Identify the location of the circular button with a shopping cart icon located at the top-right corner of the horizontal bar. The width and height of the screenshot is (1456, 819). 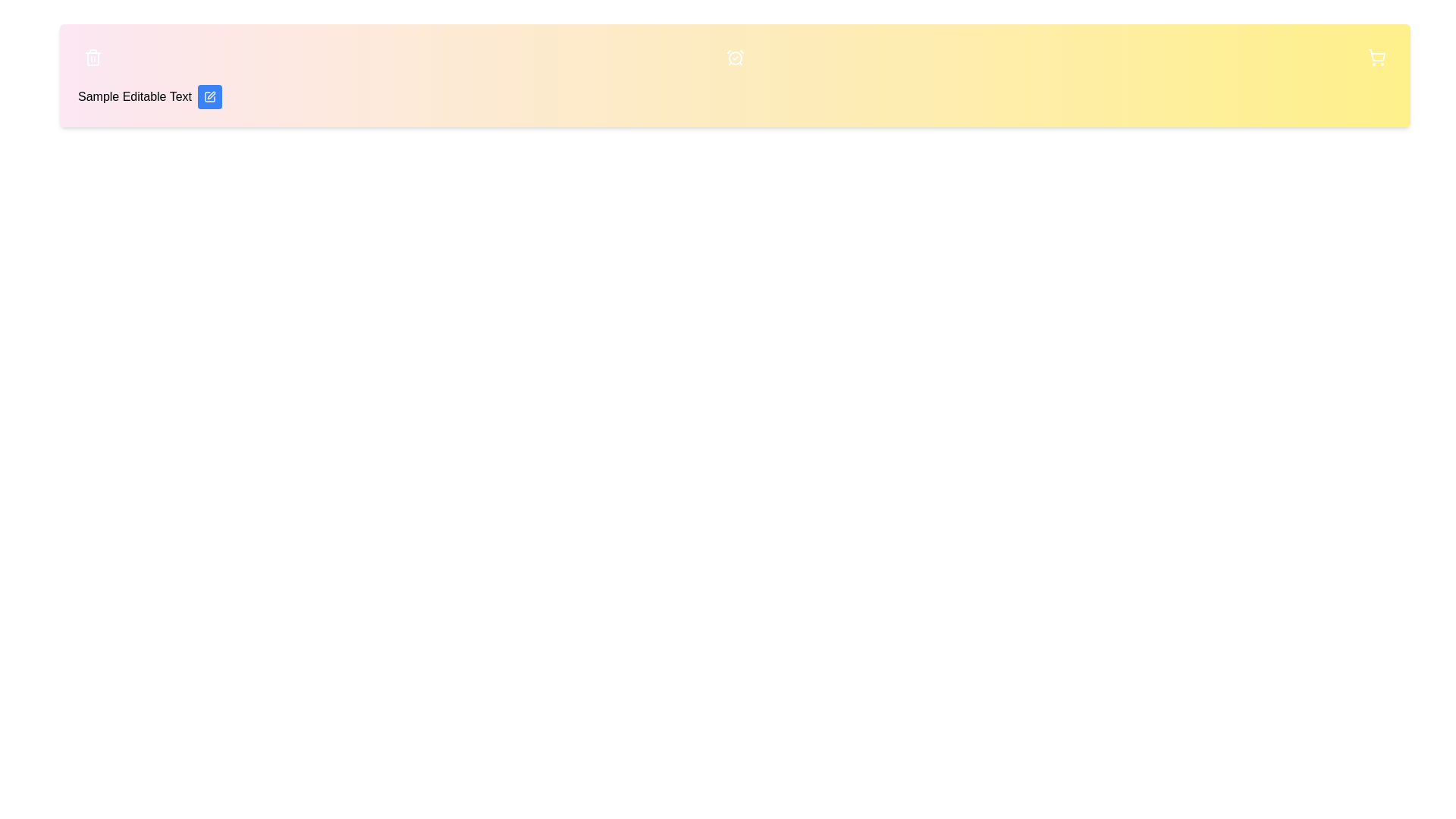
(1376, 57).